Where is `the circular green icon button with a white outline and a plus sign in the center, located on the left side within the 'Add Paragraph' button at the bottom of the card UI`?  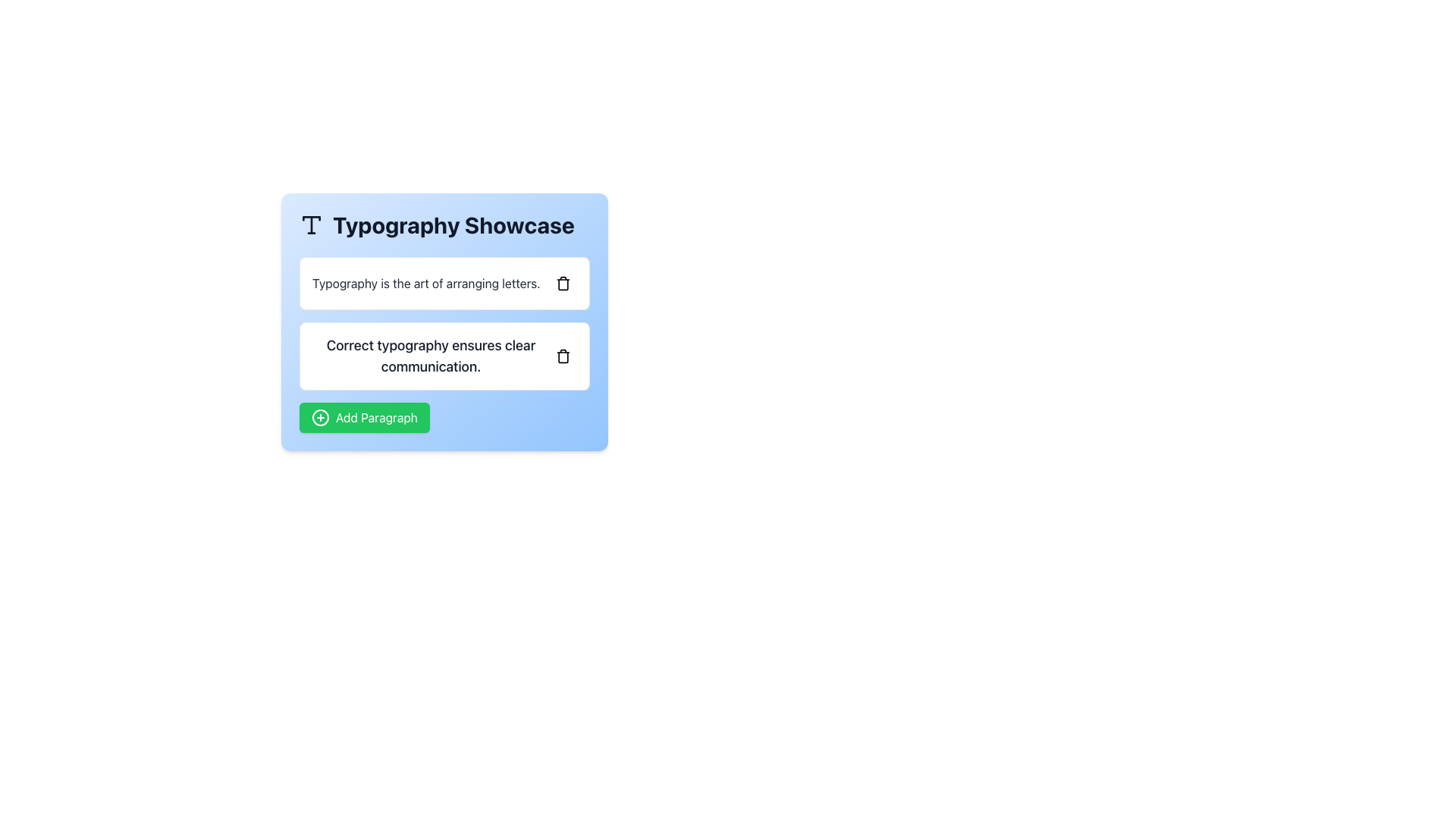
the circular green icon button with a white outline and a plus sign in the center, located on the left side within the 'Add Paragraph' button at the bottom of the card UI is located at coordinates (319, 418).